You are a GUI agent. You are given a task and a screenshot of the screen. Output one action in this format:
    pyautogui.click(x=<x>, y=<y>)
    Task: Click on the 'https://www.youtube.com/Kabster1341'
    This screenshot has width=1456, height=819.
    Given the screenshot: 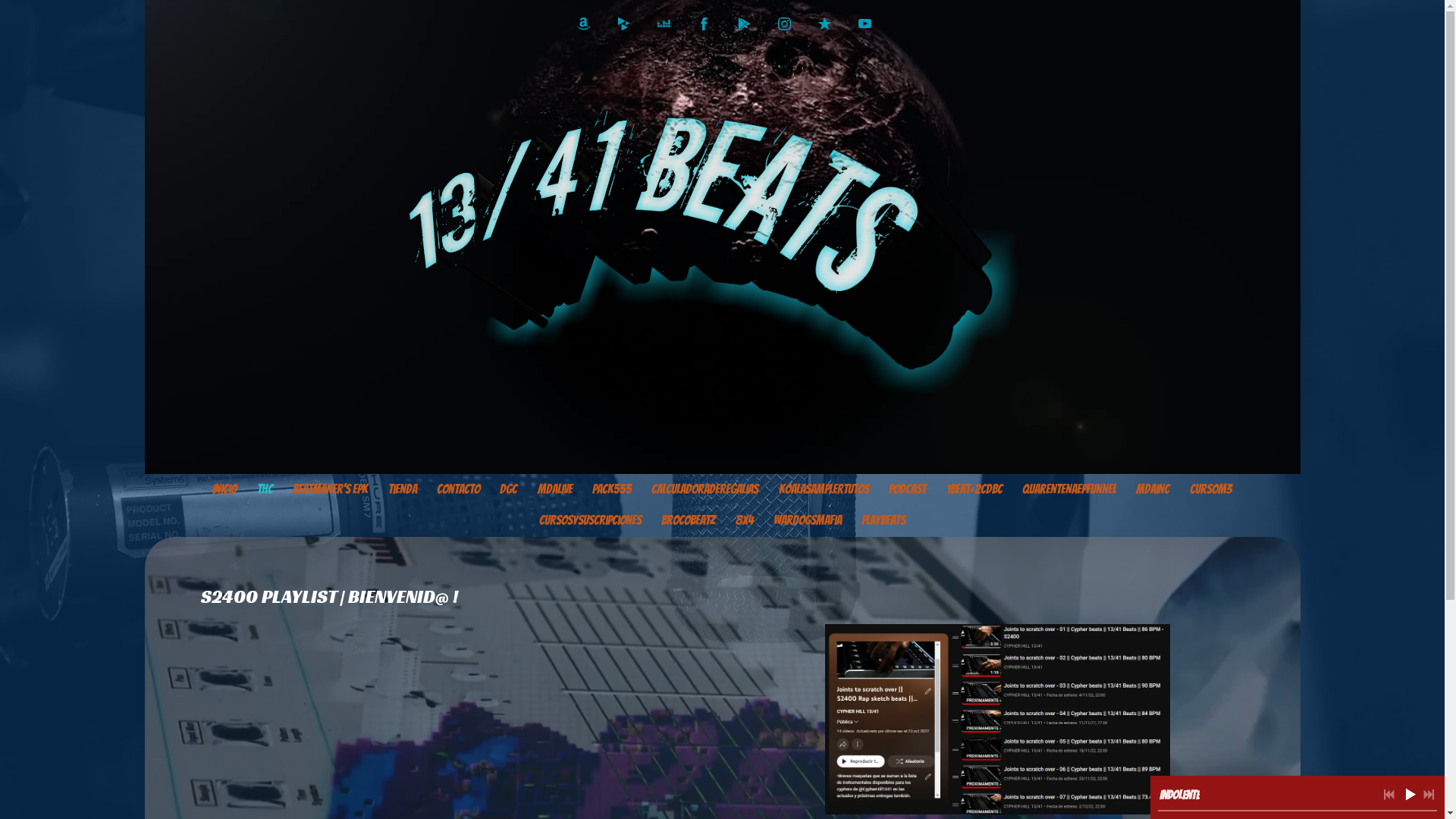 What is the action you would take?
    pyautogui.click(x=864, y=24)
    